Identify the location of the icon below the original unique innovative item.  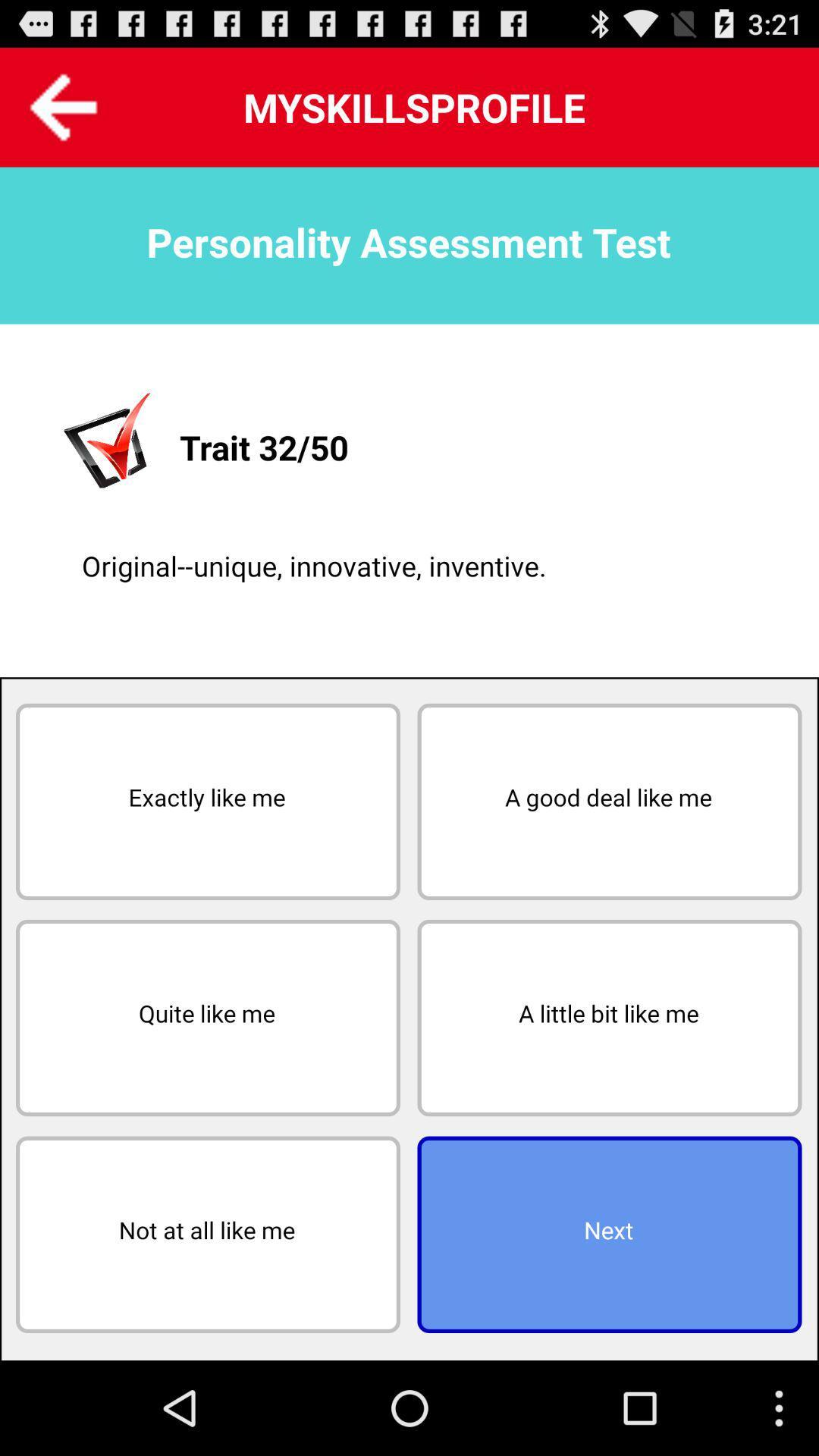
(608, 801).